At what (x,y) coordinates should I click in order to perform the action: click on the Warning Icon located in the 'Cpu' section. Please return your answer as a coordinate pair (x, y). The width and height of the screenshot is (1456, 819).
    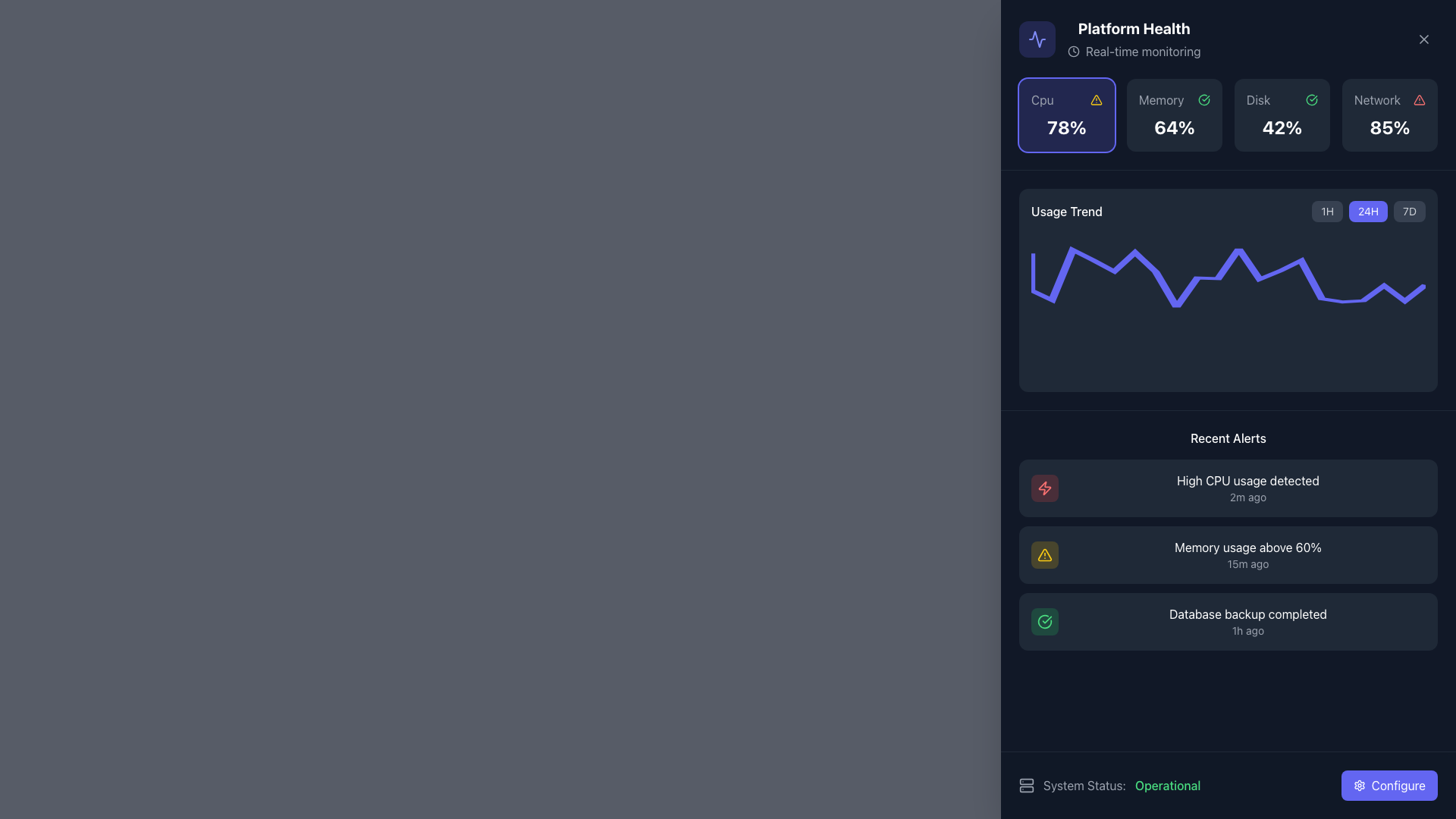
    Looking at the image, I should click on (1096, 99).